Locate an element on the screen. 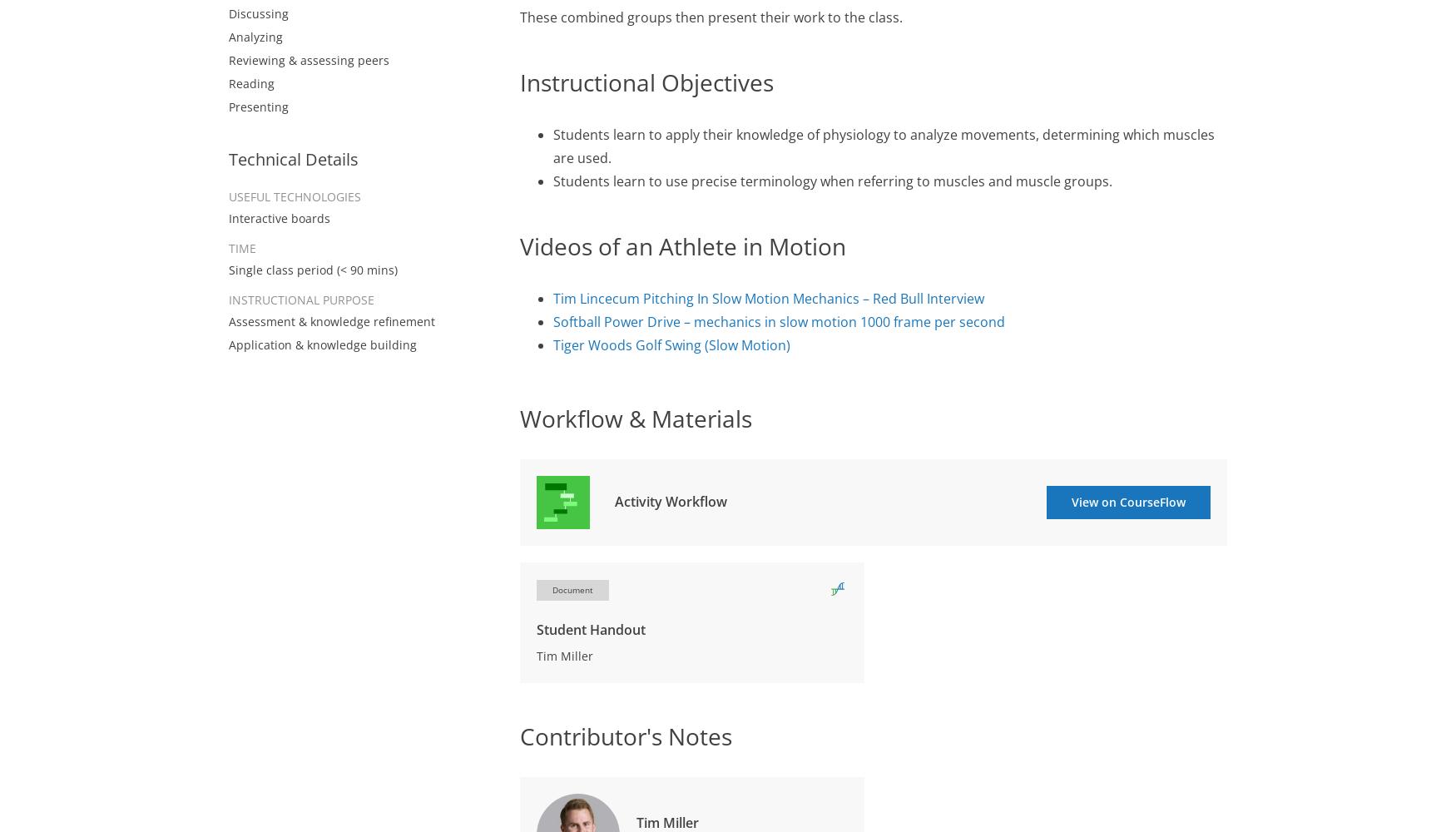 This screenshot has width=1456, height=832. 'Reviewing & assessing peers' is located at coordinates (309, 58).